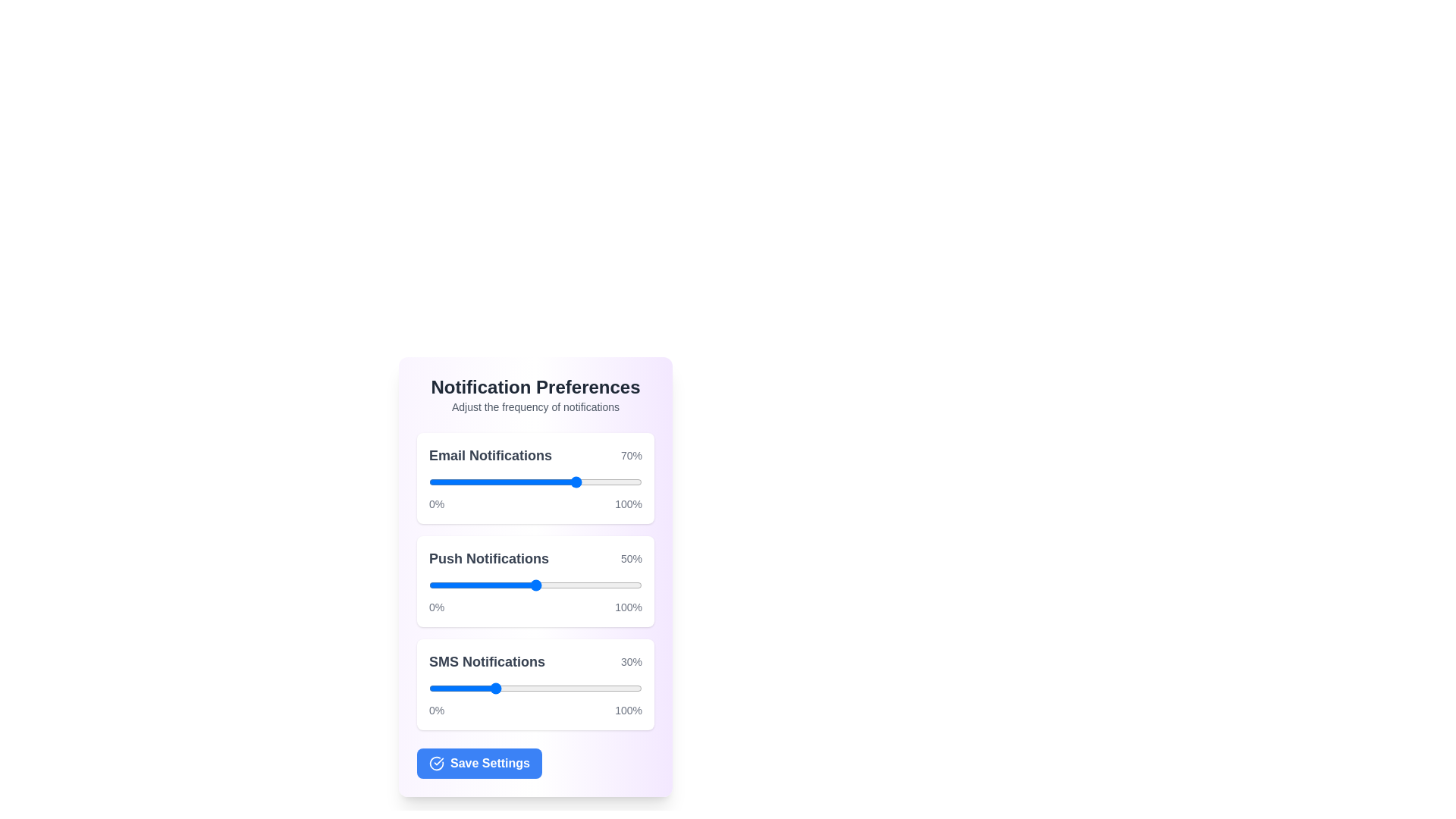  I want to click on the 'SMS Notifications' text label, which is bold, larger font, dark gray, positioned above a progress bar and adjacent to a '30%' percentage indicator, so click(487, 661).